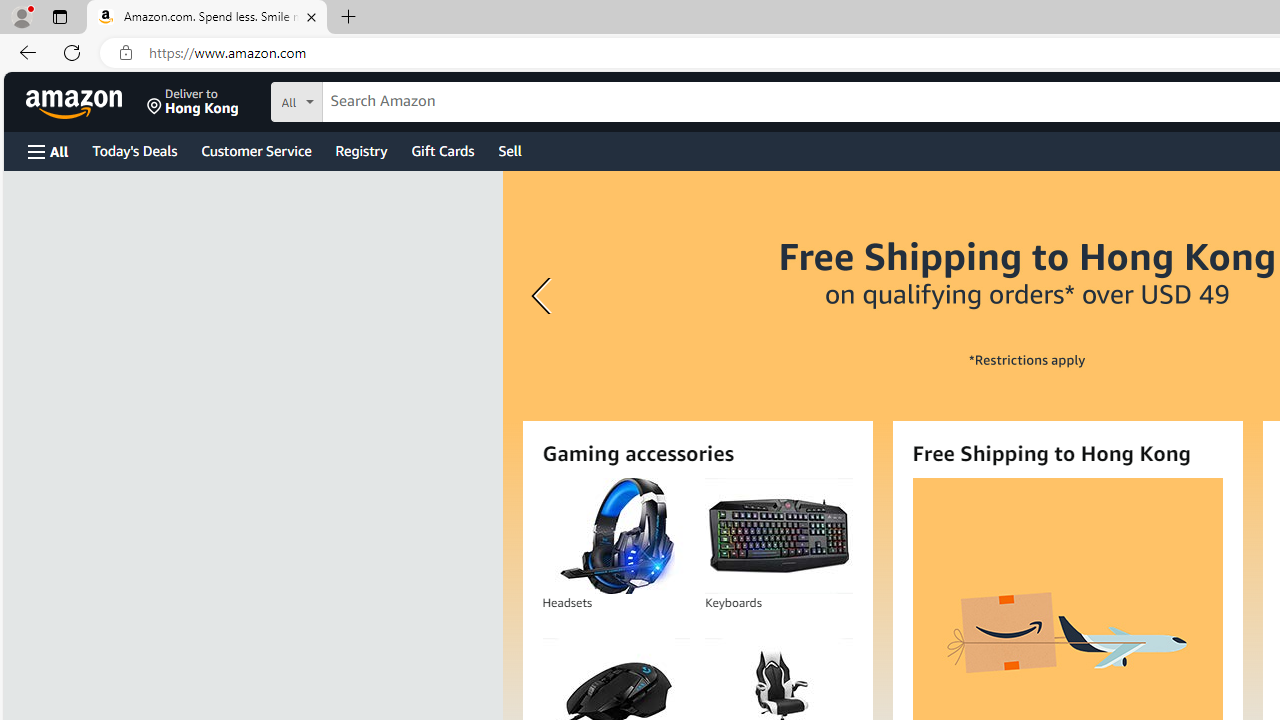 The image size is (1280, 720). I want to click on 'Search in', so click(371, 99).